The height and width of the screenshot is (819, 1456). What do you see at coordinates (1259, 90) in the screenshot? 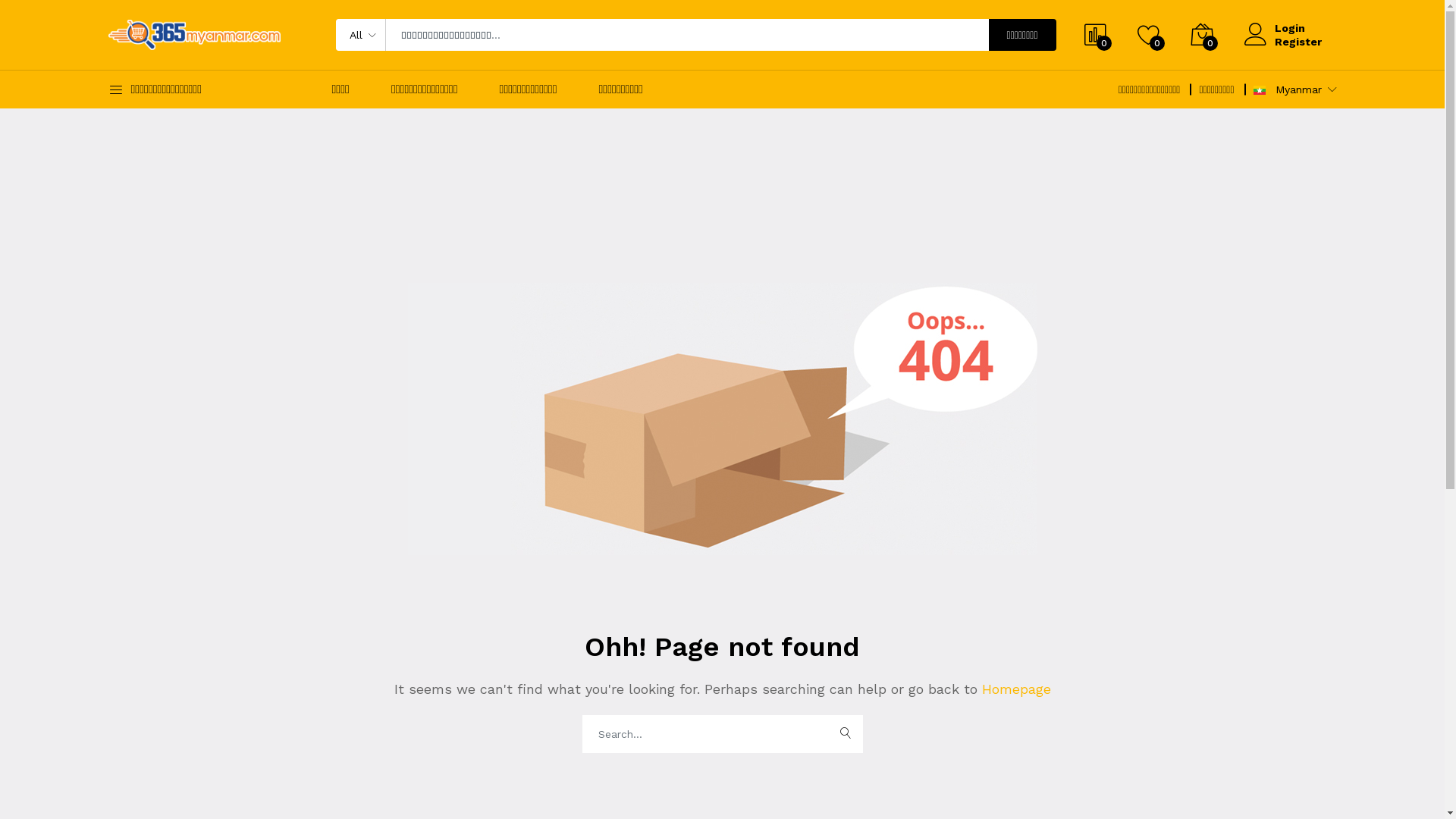
I see `'Myanmar'` at bounding box center [1259, 90].